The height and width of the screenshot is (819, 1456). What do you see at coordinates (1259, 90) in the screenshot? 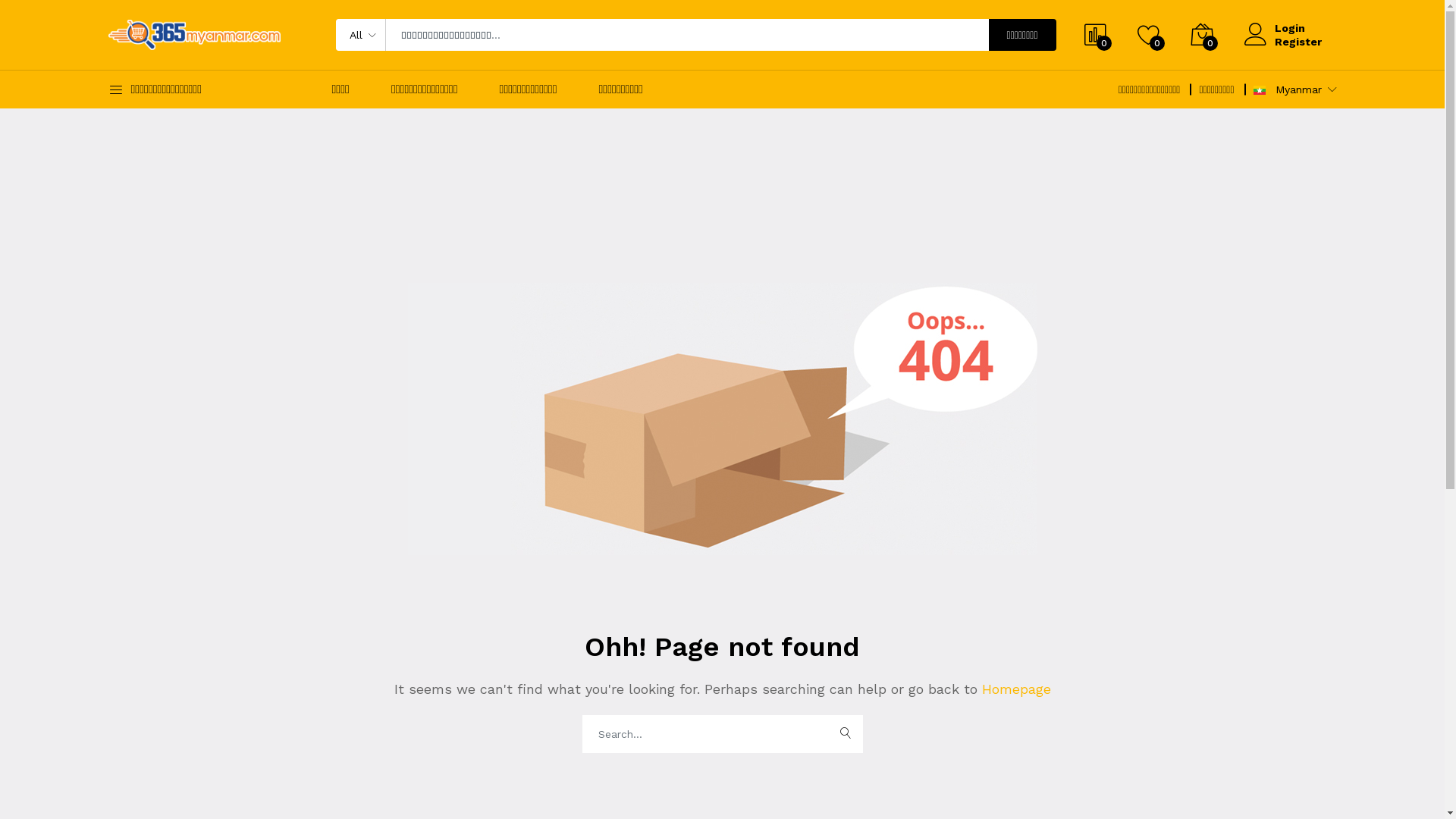
I see `'Myanmar'` at bounding box center [1259, 90].